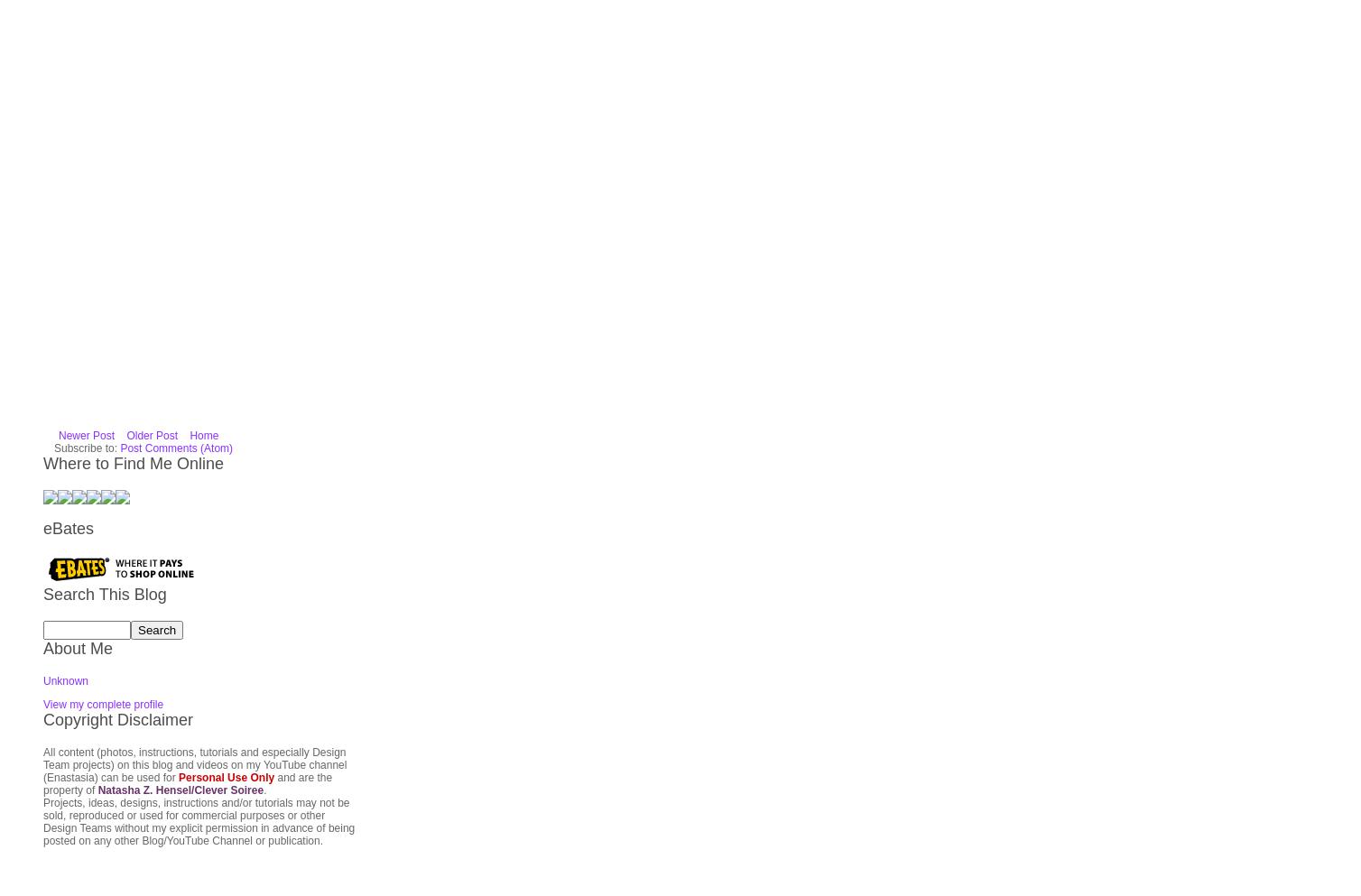  I want to click on '.', so click(262, 574).